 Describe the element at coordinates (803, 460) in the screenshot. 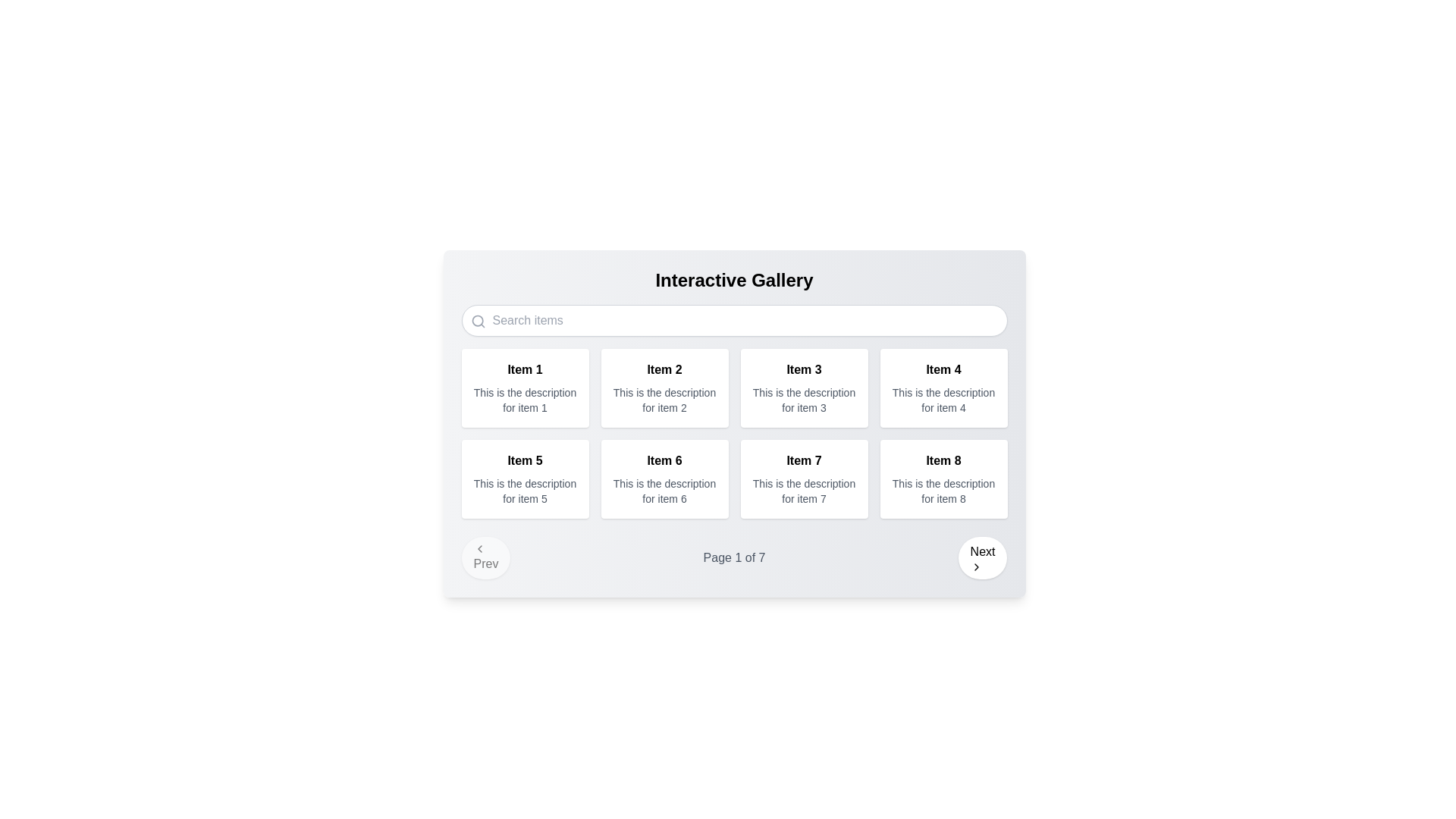

I see `the bold-styled title displaying 'Item 7', which is located in the third card of the first row in a grid of eight cards` at that location.